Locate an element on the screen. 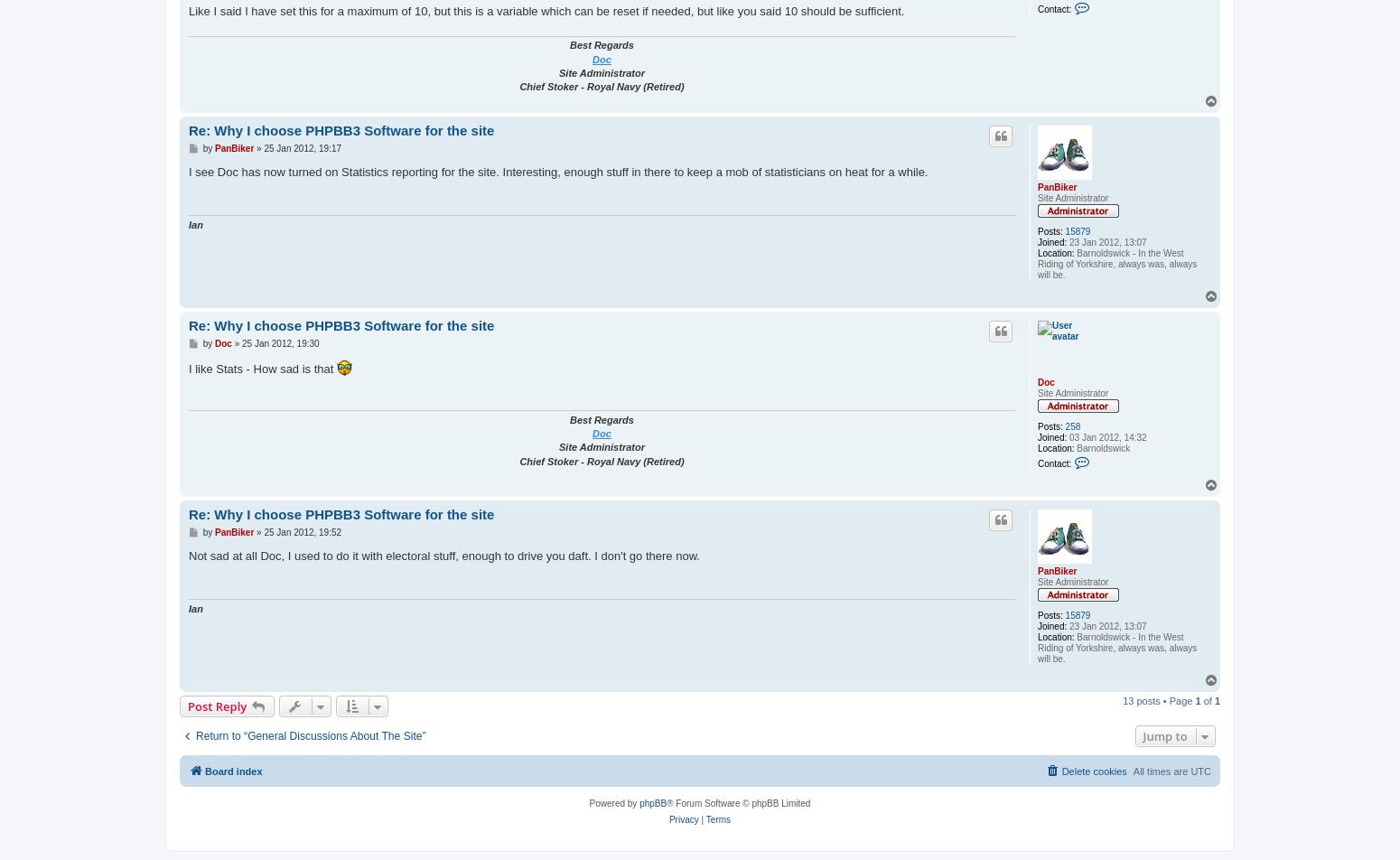 Image resolution: width=1400 pixels, height=860 pixels. 'Return to “General Discussions About The Site”' is located at coordinates (309, 734).